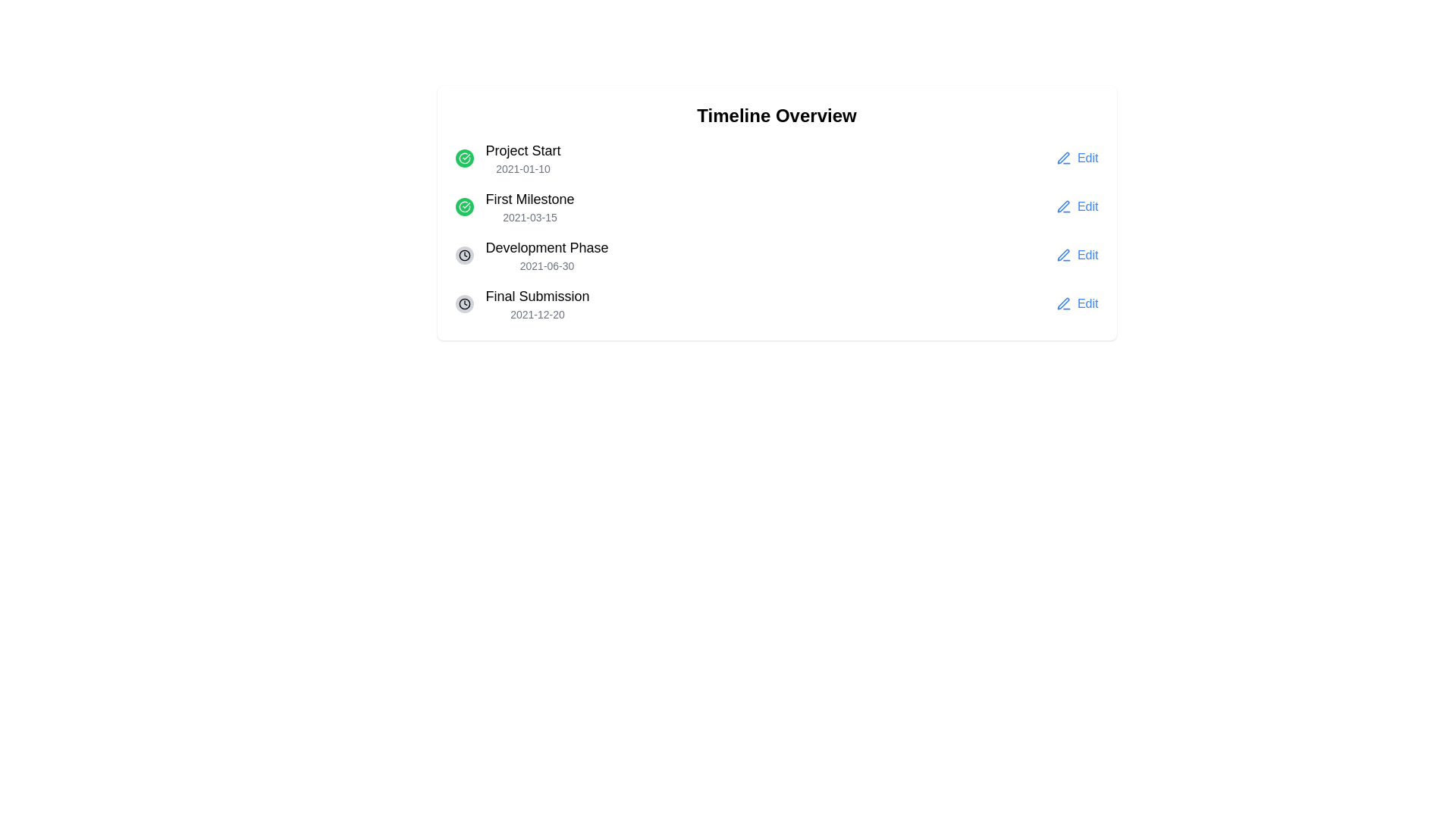  I want to click on the interactive button at the far right of the 'Final Submission' entry dated '2021-12-20' in the fourth row of the 'Timeline Overview', so click(1076, 304).